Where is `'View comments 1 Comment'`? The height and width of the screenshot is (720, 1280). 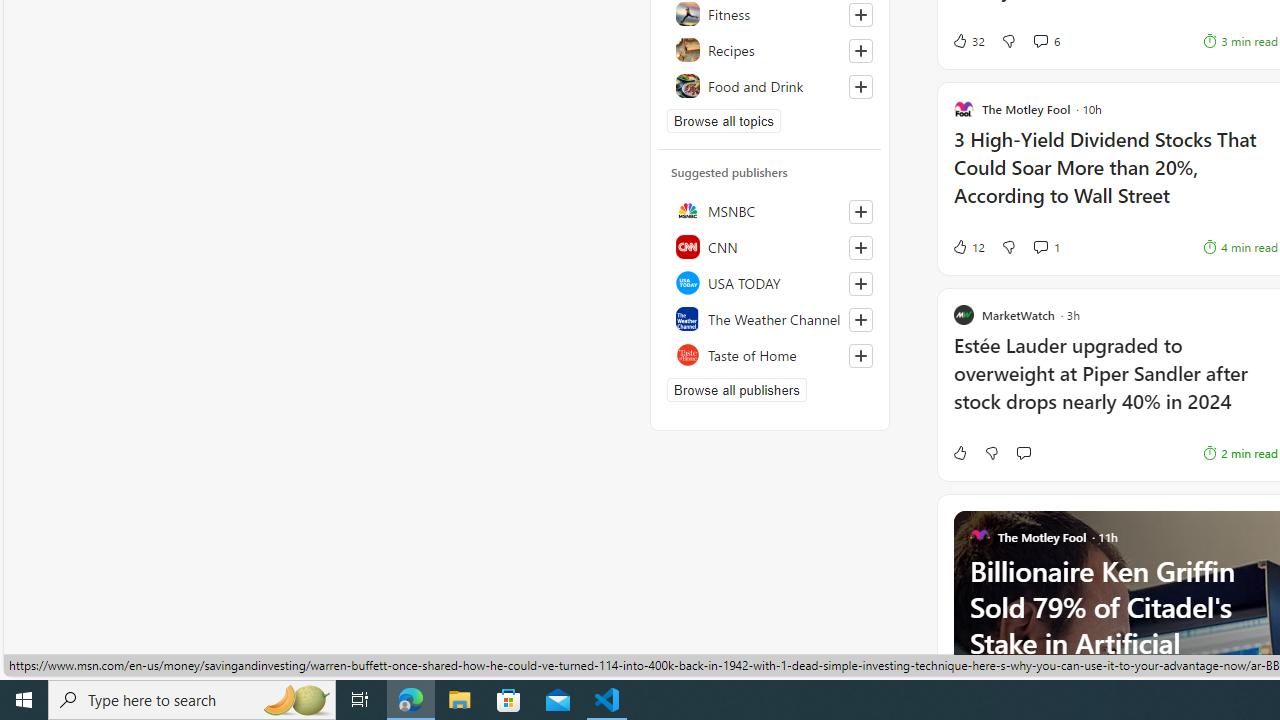 'View comments 1 Comment' is located at coordinates (1040, 245).